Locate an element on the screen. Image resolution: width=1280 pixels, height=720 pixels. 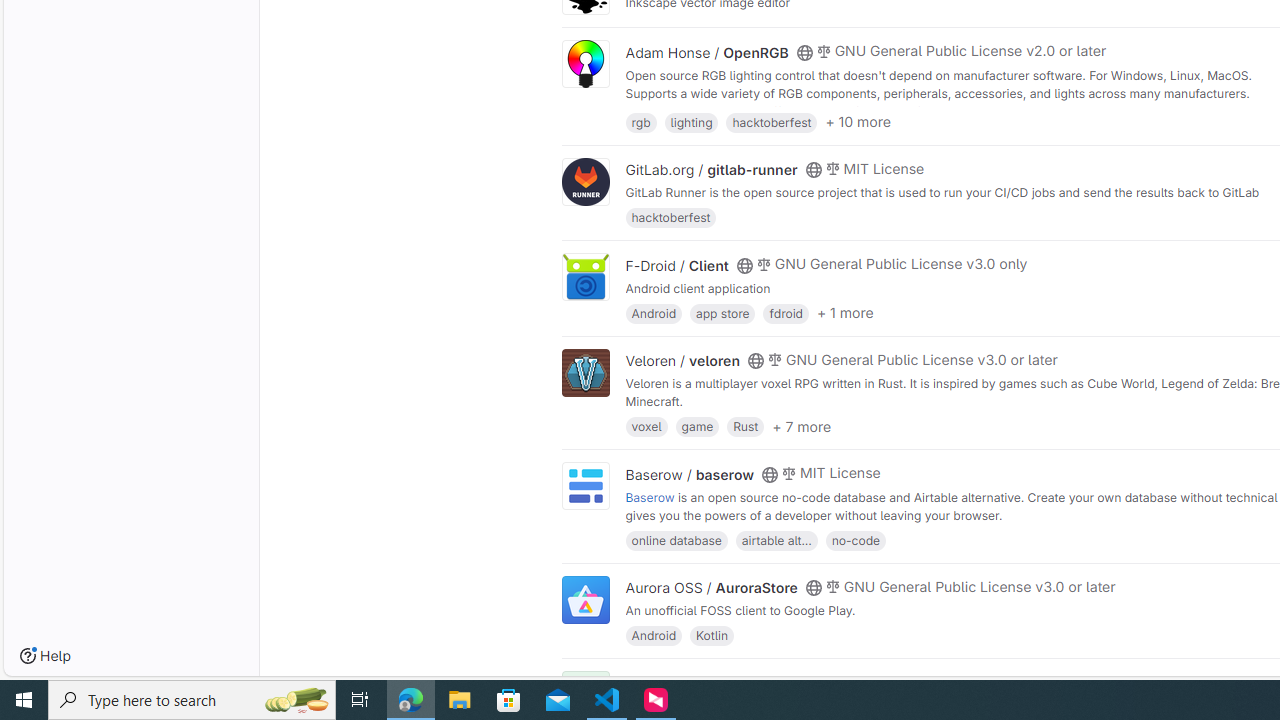
'Kotlin' is located at coordinates (712, 635).